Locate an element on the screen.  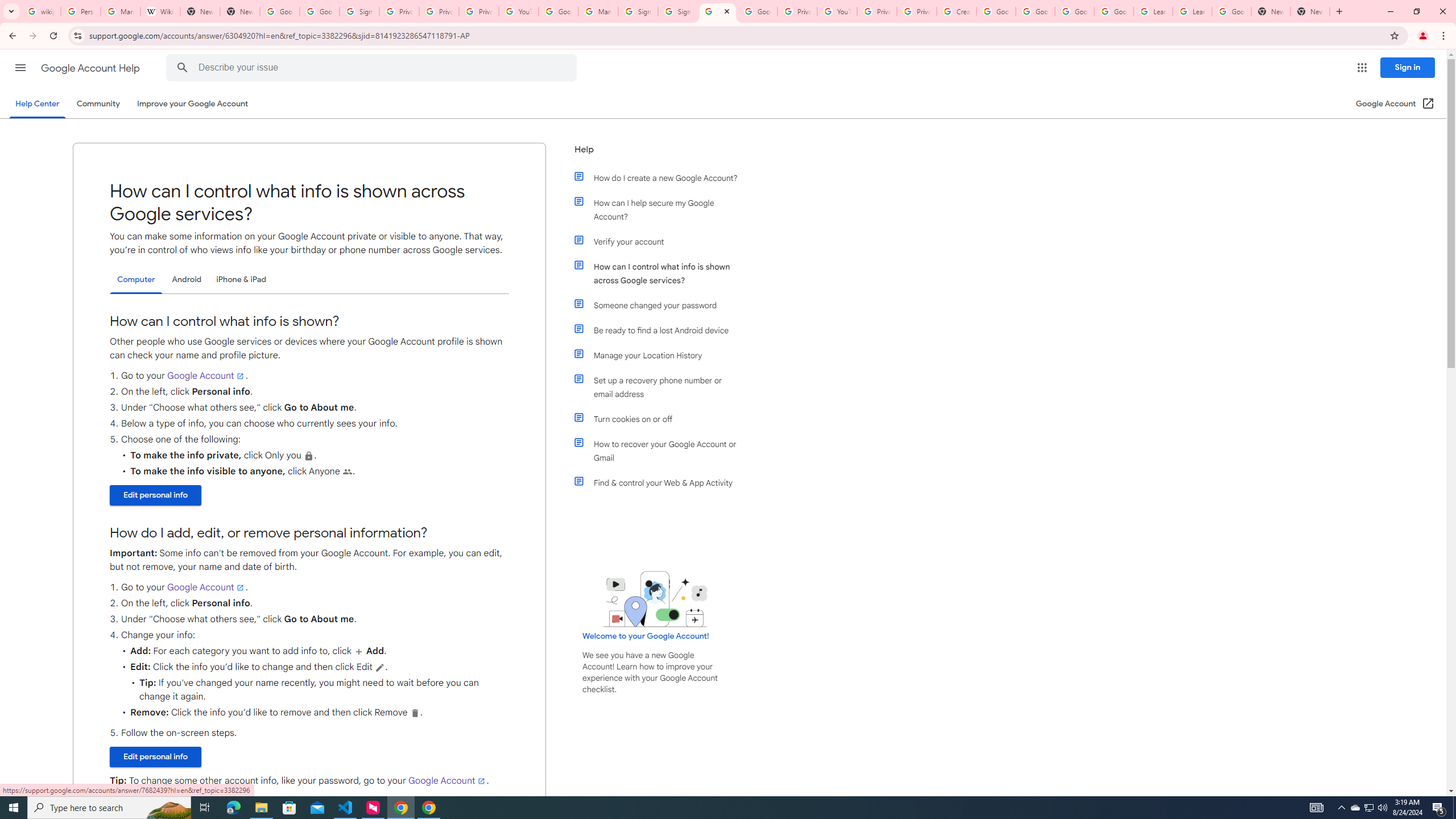
'Improve your Google Account' is located at coordinates (192, 103).